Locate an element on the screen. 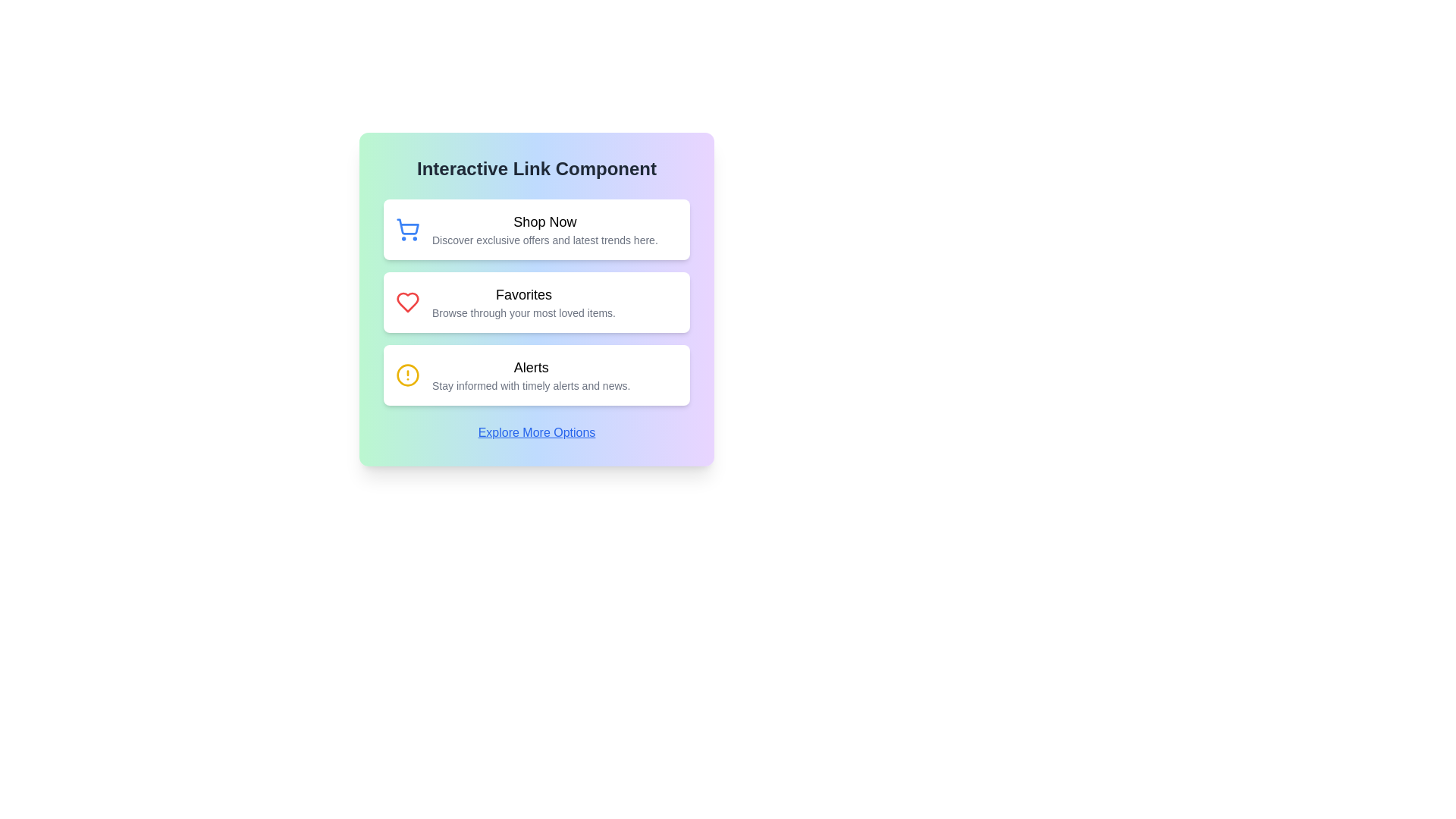 This screenshot has width=1456, height=819. the second clickable card in the vertical stack, positioned below 'Shop Now' and above 'Alerts', within the 'Interactive Link Component' is located at coordinates (537, 302).